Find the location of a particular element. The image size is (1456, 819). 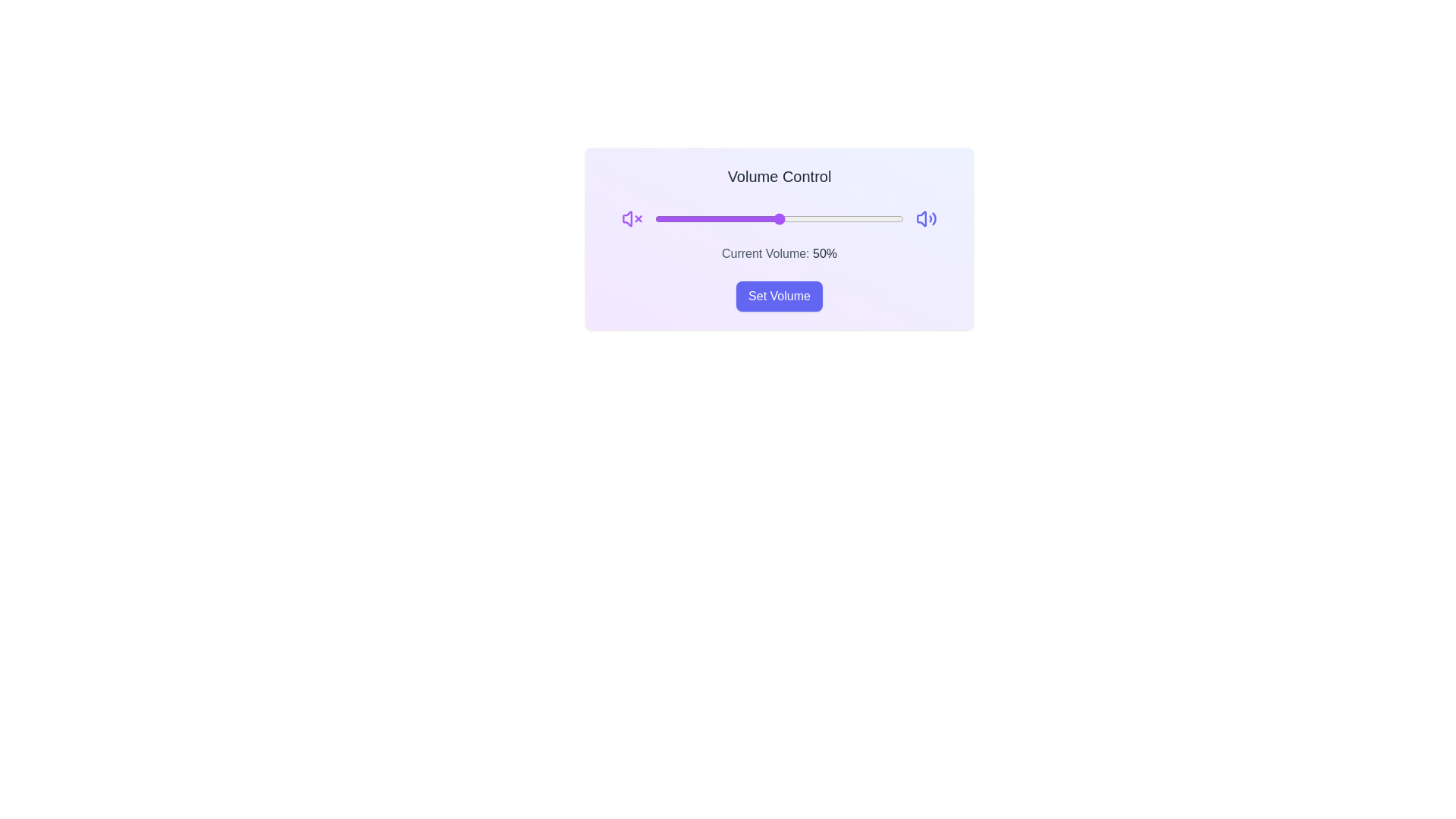

the volume slider to set the volume to 98% is located at coordinates (898, 219).